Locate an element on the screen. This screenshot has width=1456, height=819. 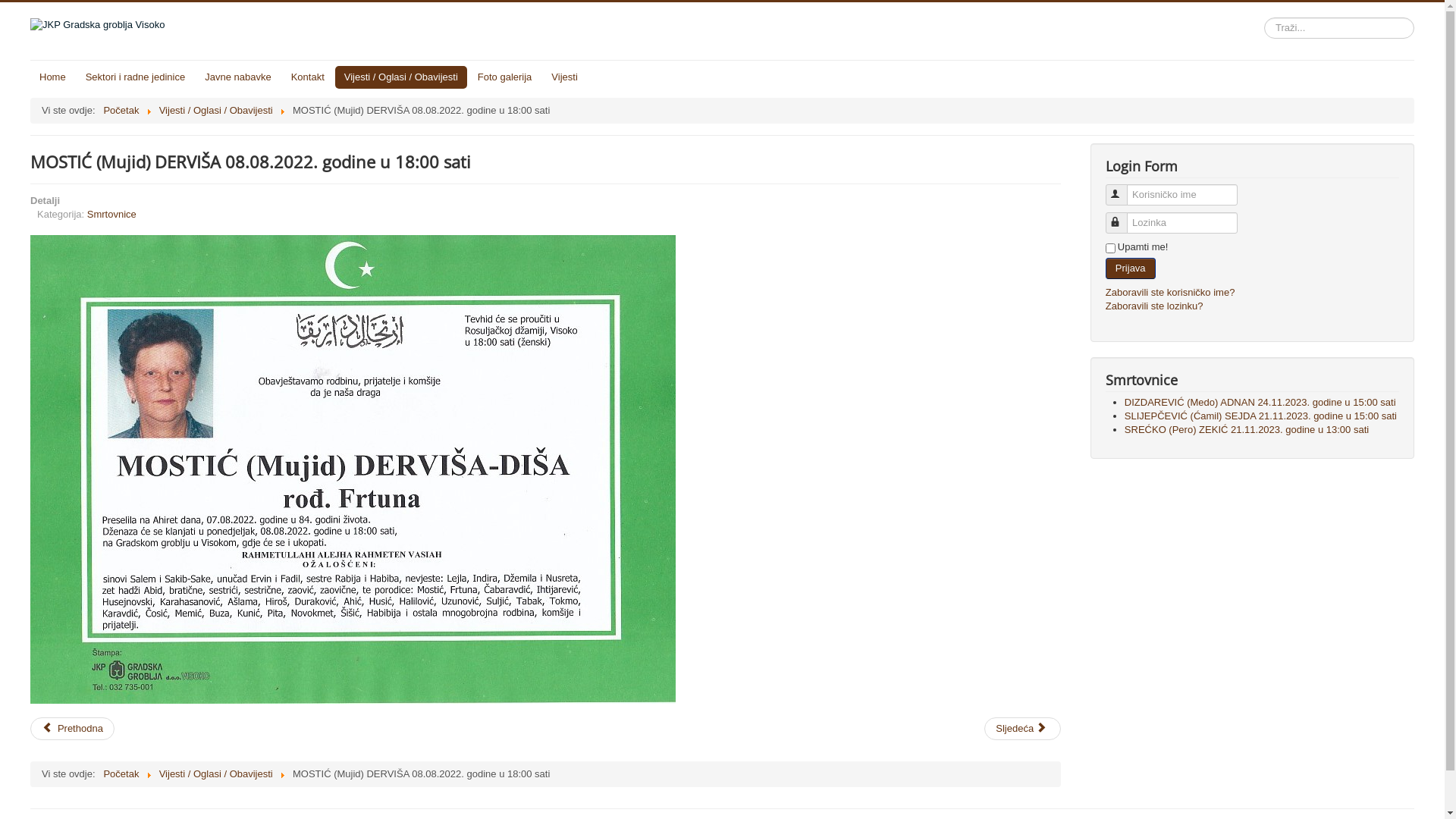
'Foto galerija' is located at coordinates (505, 77).